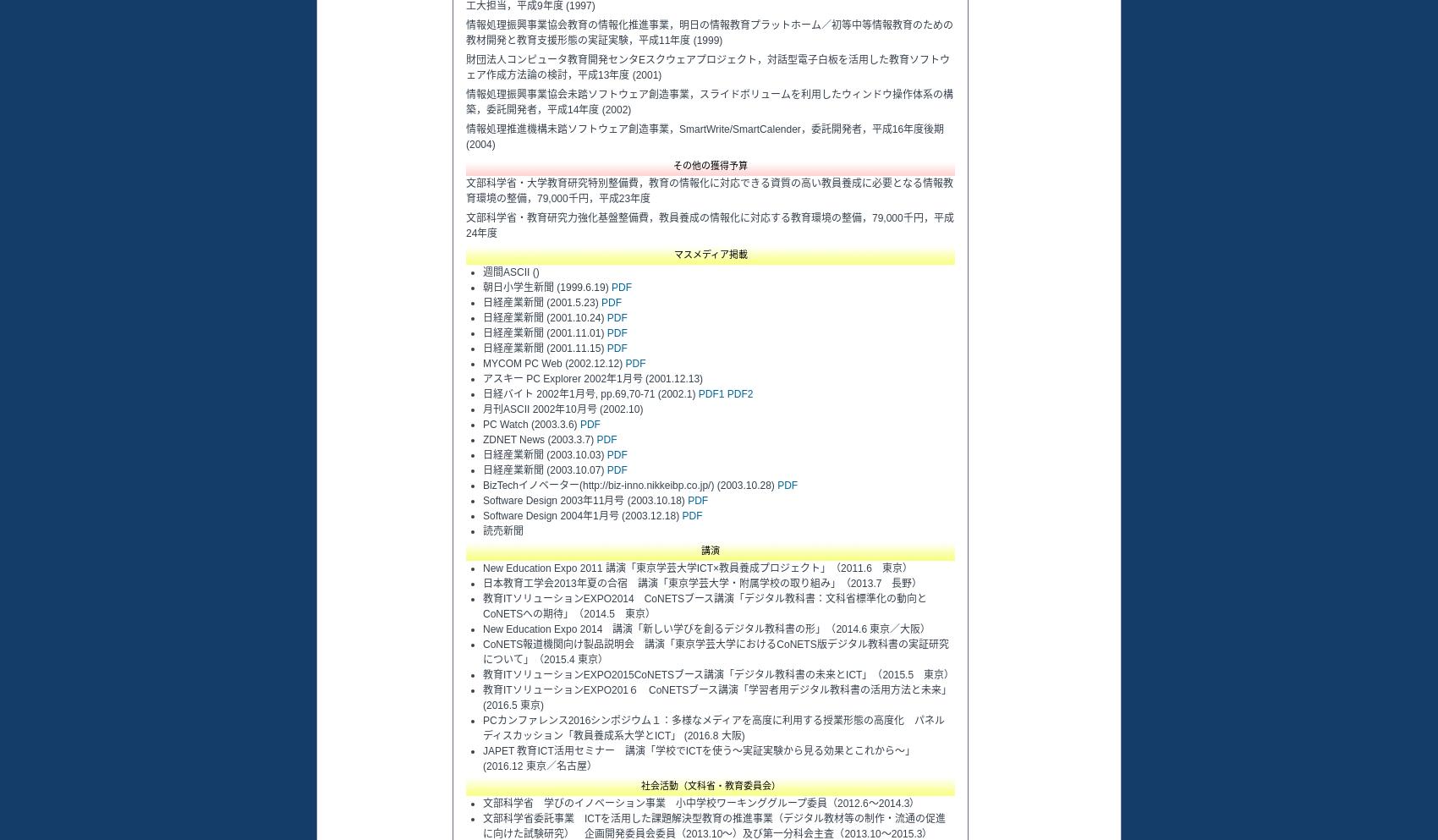 This screenshot has height=840, width=1438. Describe the element at coordinates (544, 347) in the screenshot. I see `'日経産業新聞 (2001.11.15)'` at that location.